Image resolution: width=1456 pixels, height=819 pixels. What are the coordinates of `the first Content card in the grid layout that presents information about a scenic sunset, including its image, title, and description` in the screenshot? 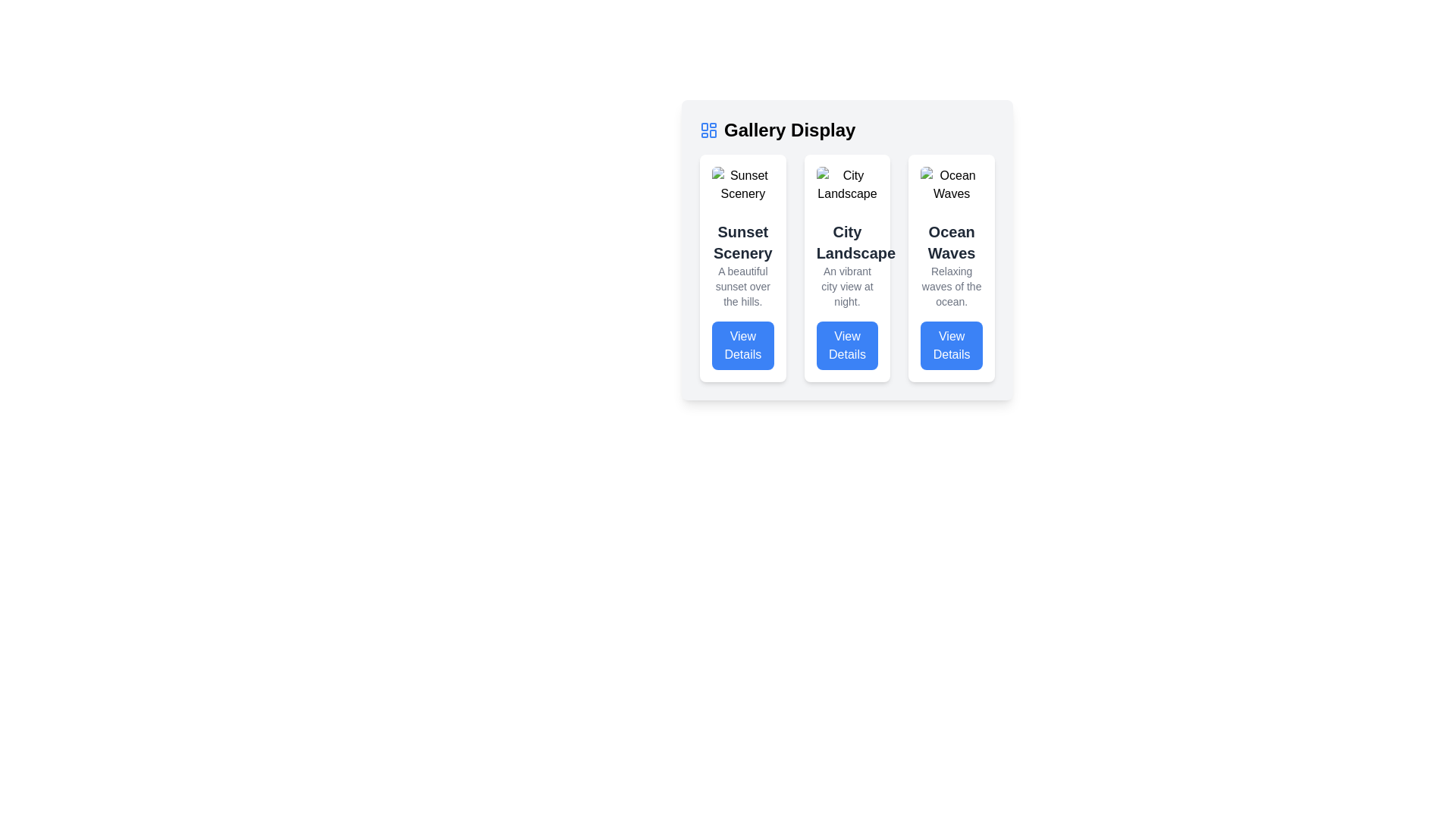 It's located at (742, 268).